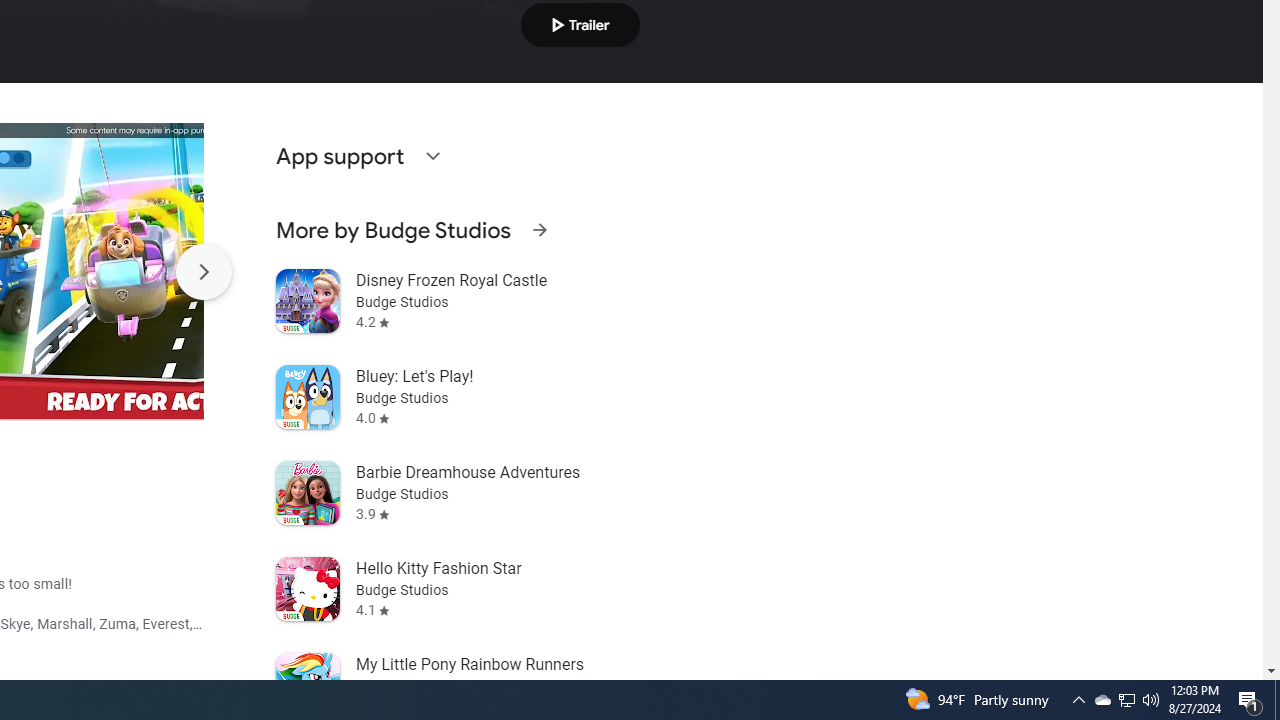  Describe the element at coordinates (431, 154) in the screenshot. I see `'Expand'` at that location.